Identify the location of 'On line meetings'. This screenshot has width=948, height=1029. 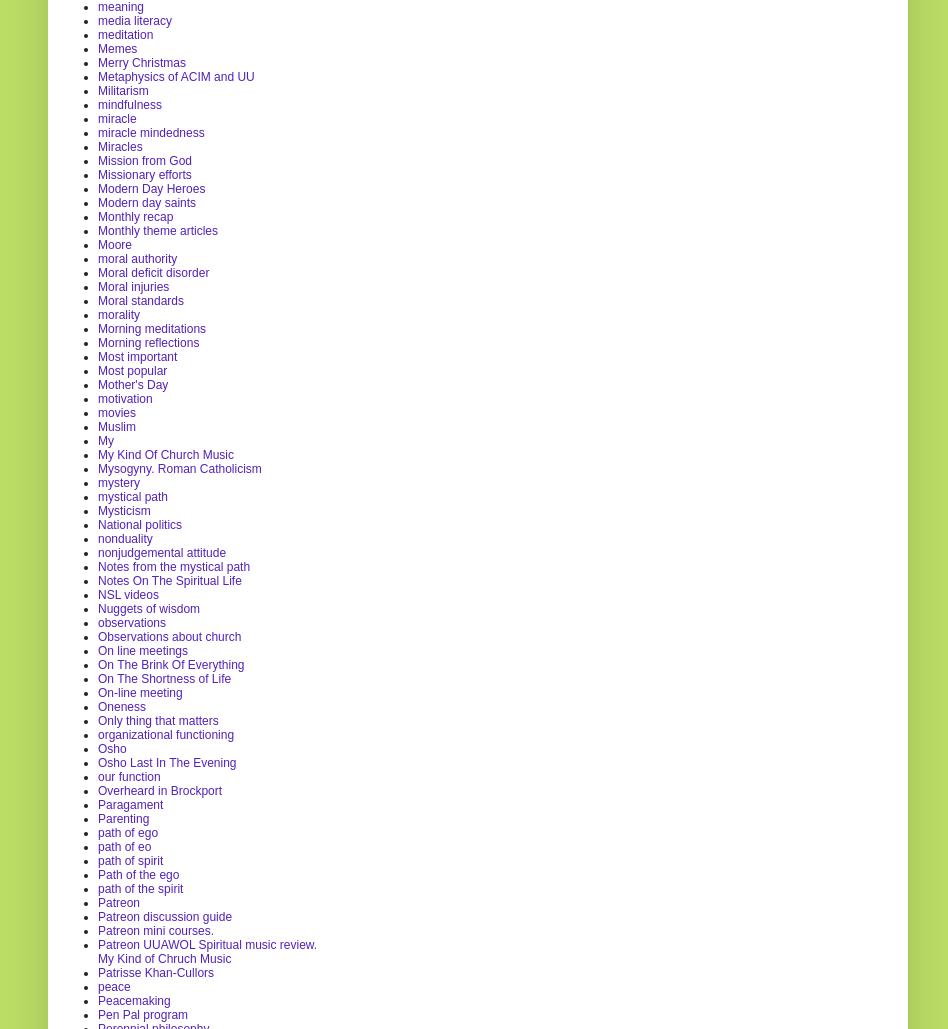
(141, 650).